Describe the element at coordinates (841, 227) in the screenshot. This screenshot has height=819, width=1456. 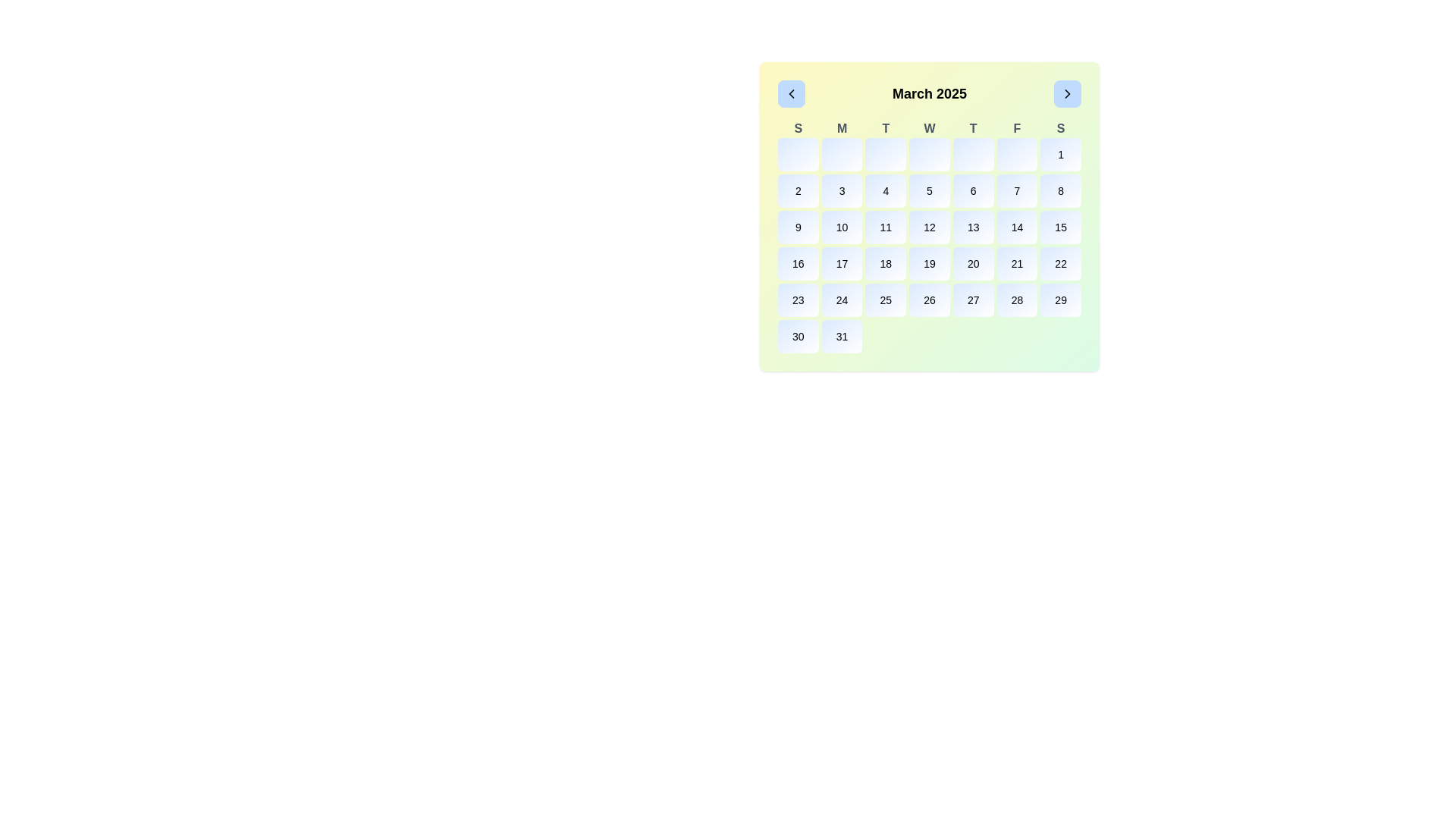
I see `the rounded rectangular button displaying the number '10'` at that location.